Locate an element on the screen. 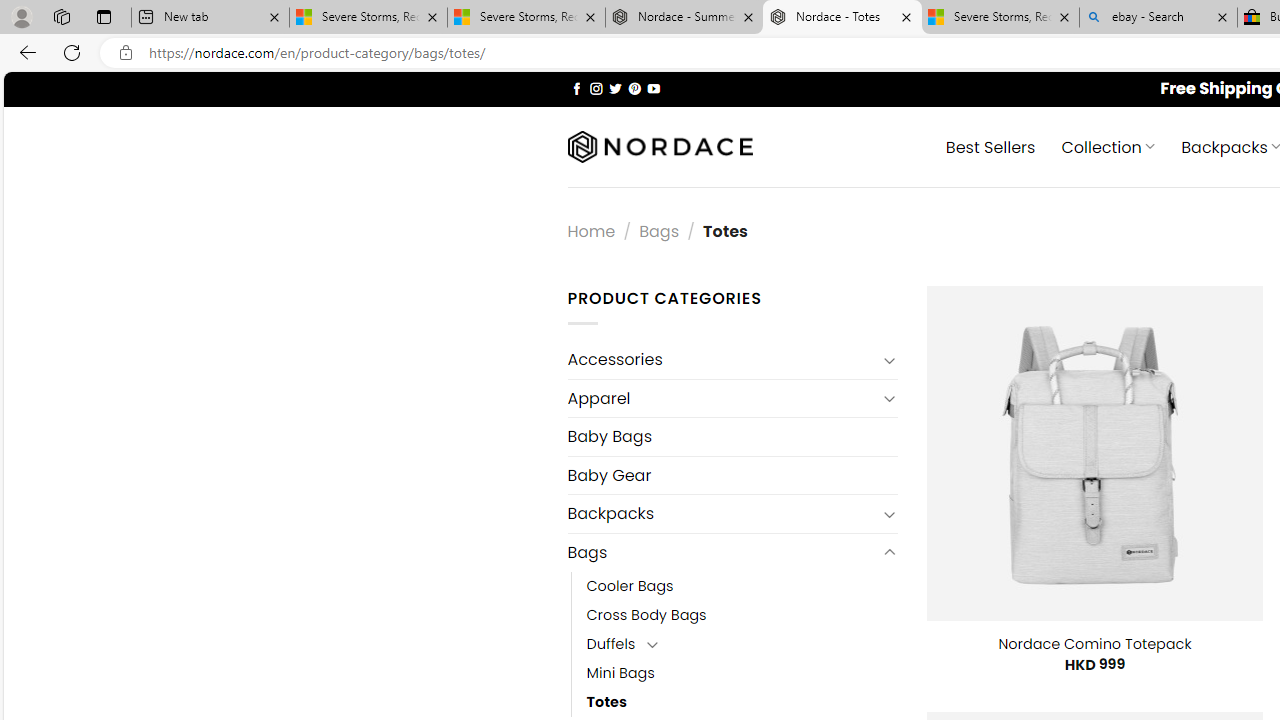 Image resolution: width=1280 pixels, height=720 pixels. 'Duffels' is located at coordinates (610, 644).